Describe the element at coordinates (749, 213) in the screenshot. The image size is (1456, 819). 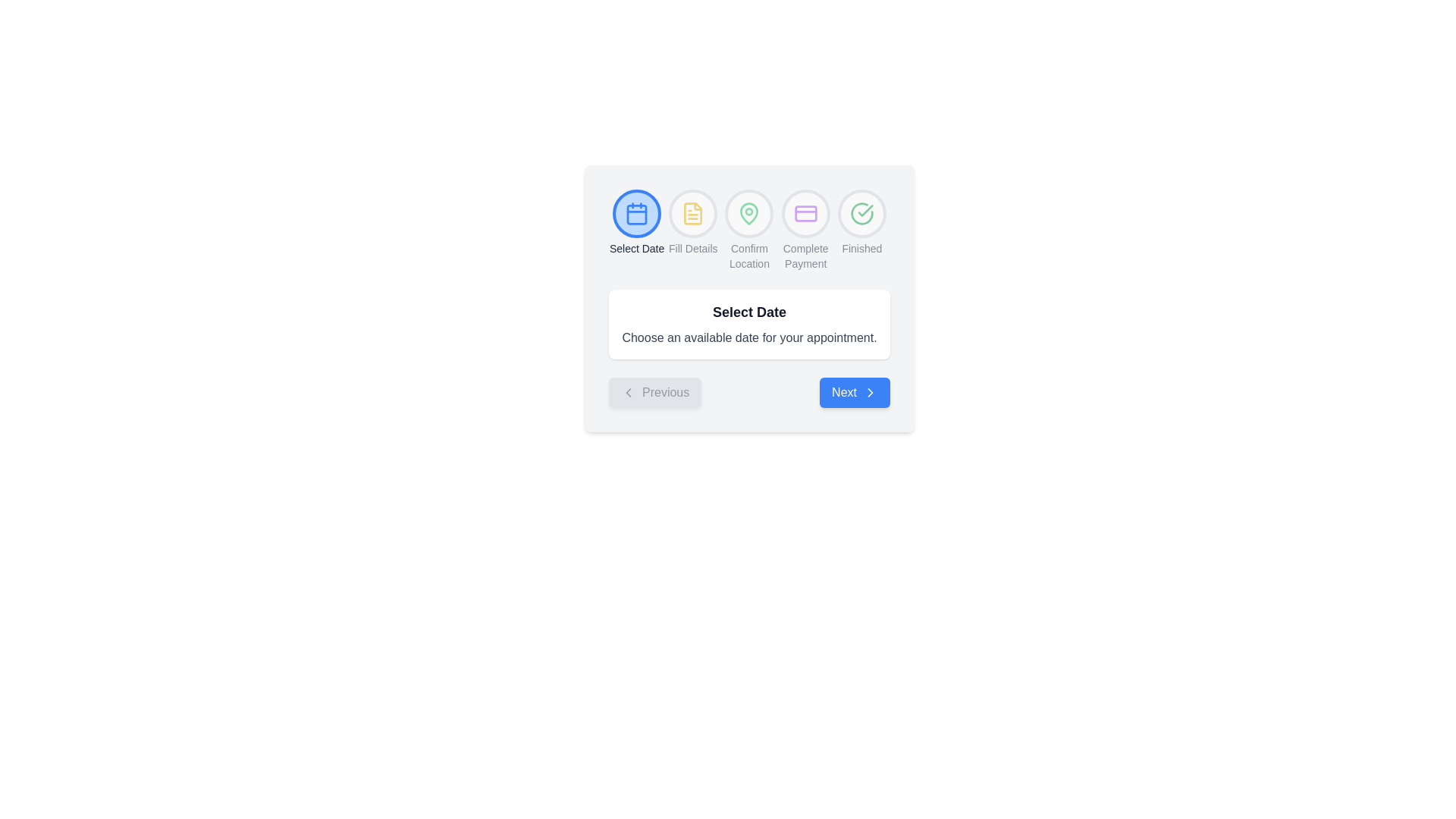
I see `the third pin-shaped icon with a green outline and fill, which indicates a step in the navigation bar located between 'Fill Details' and 'Complete Payment'` at that location.